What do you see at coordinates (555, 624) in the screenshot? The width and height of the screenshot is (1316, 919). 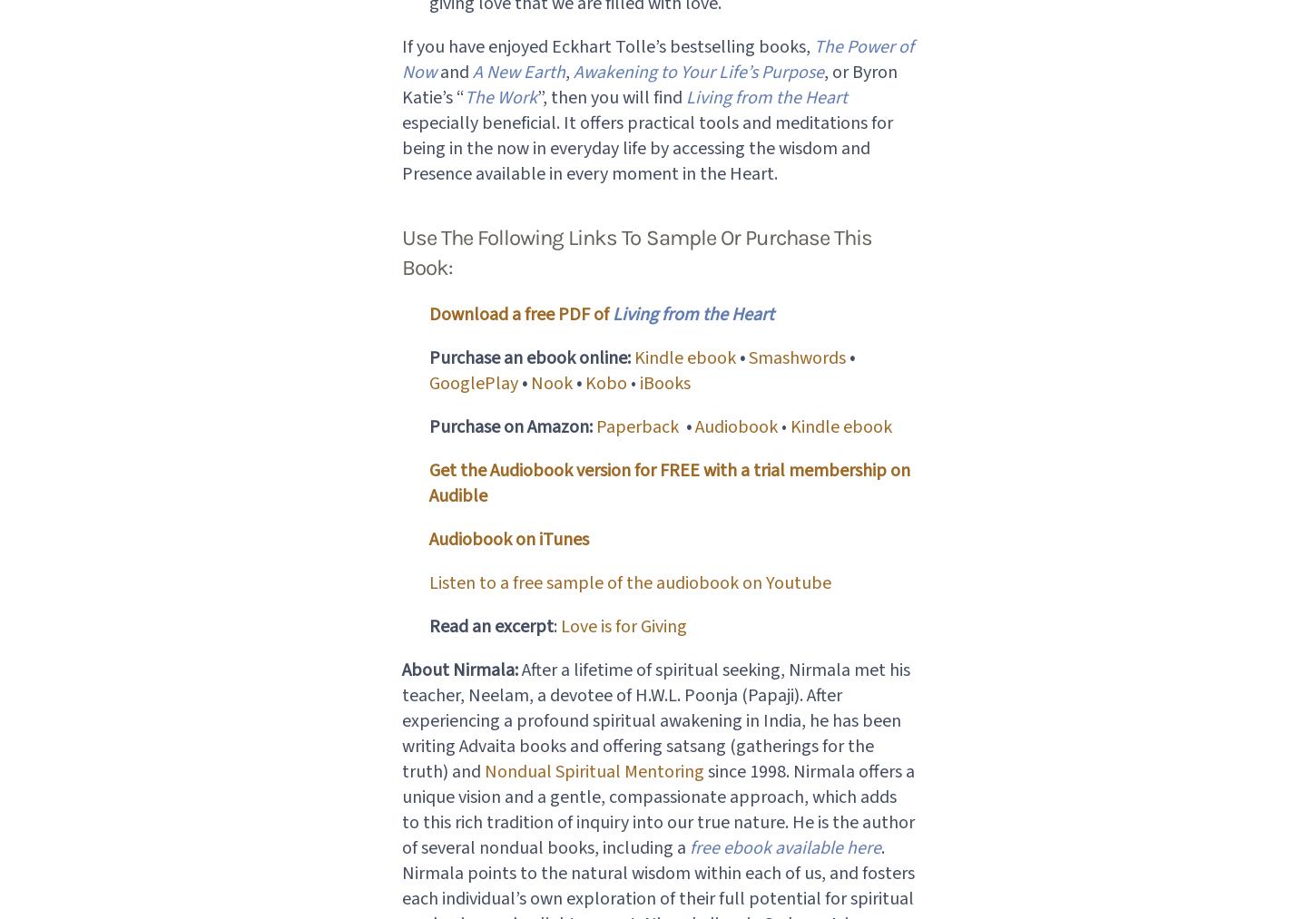 I see `':'` at bounding box center [555, 624].